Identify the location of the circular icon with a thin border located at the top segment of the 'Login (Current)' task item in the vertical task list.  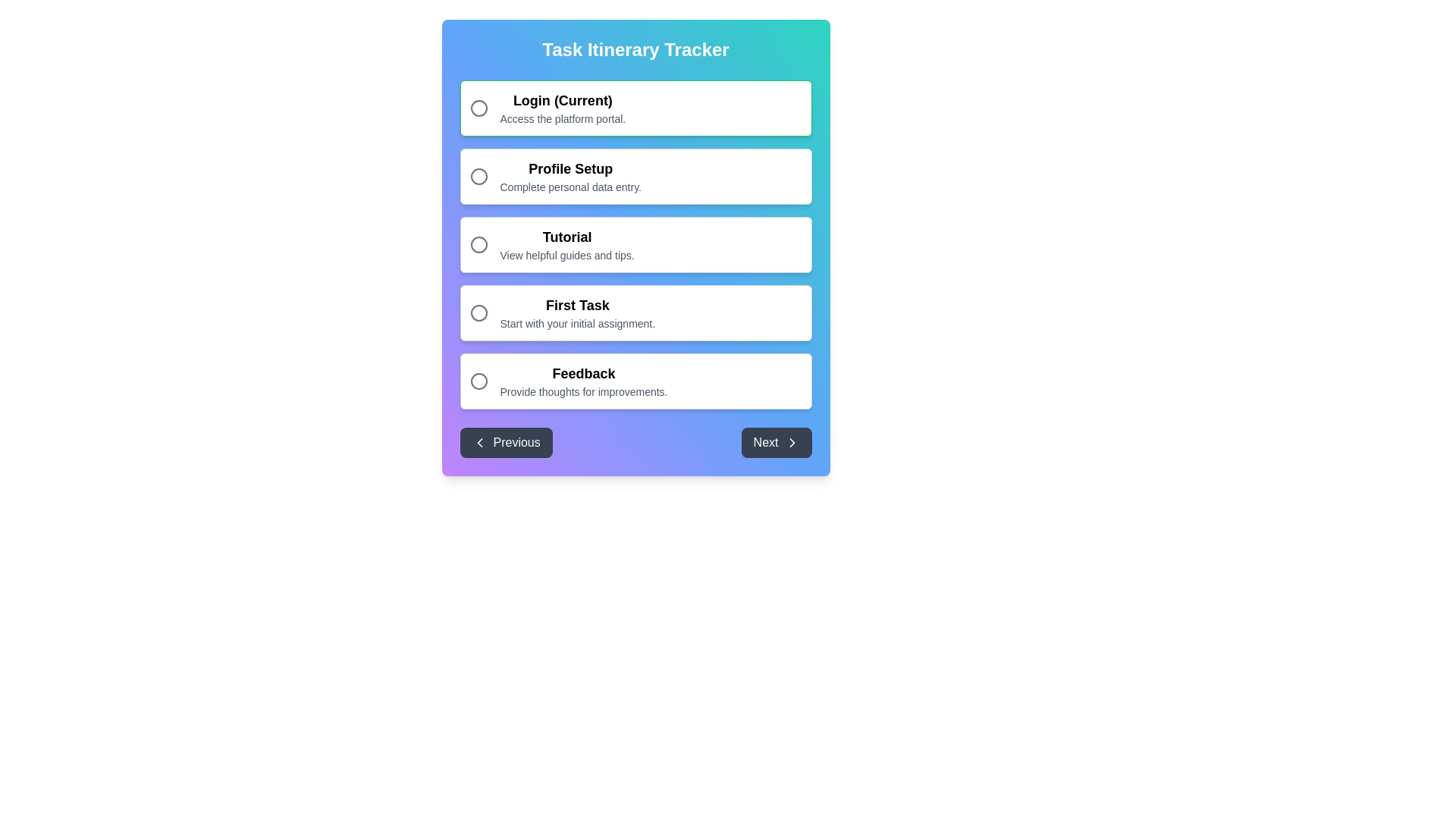
(478, 107).